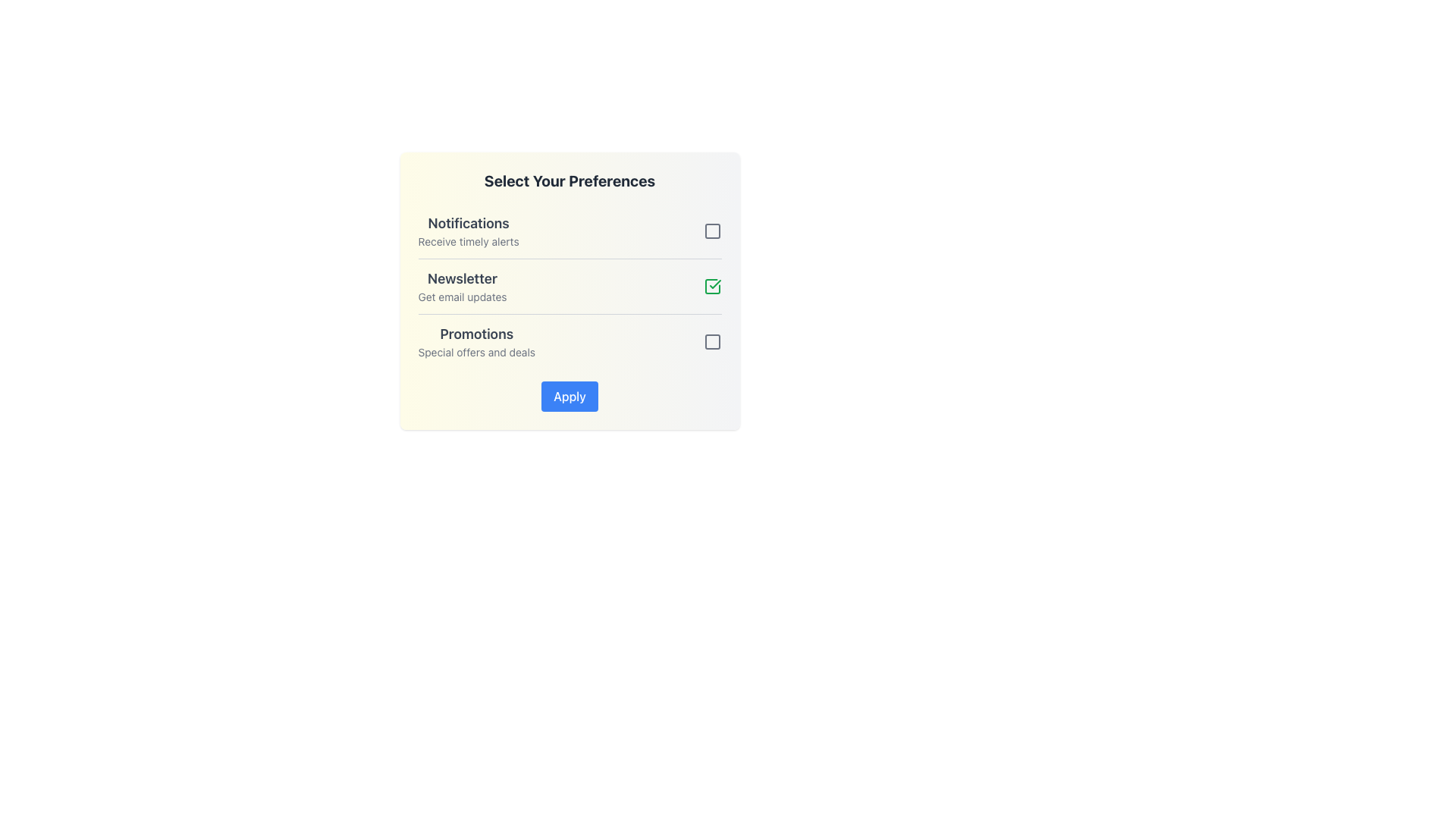 This screenshot has width=1456, height=819. I want to click on the 'Notifications' checkbox, so click(711, 231).